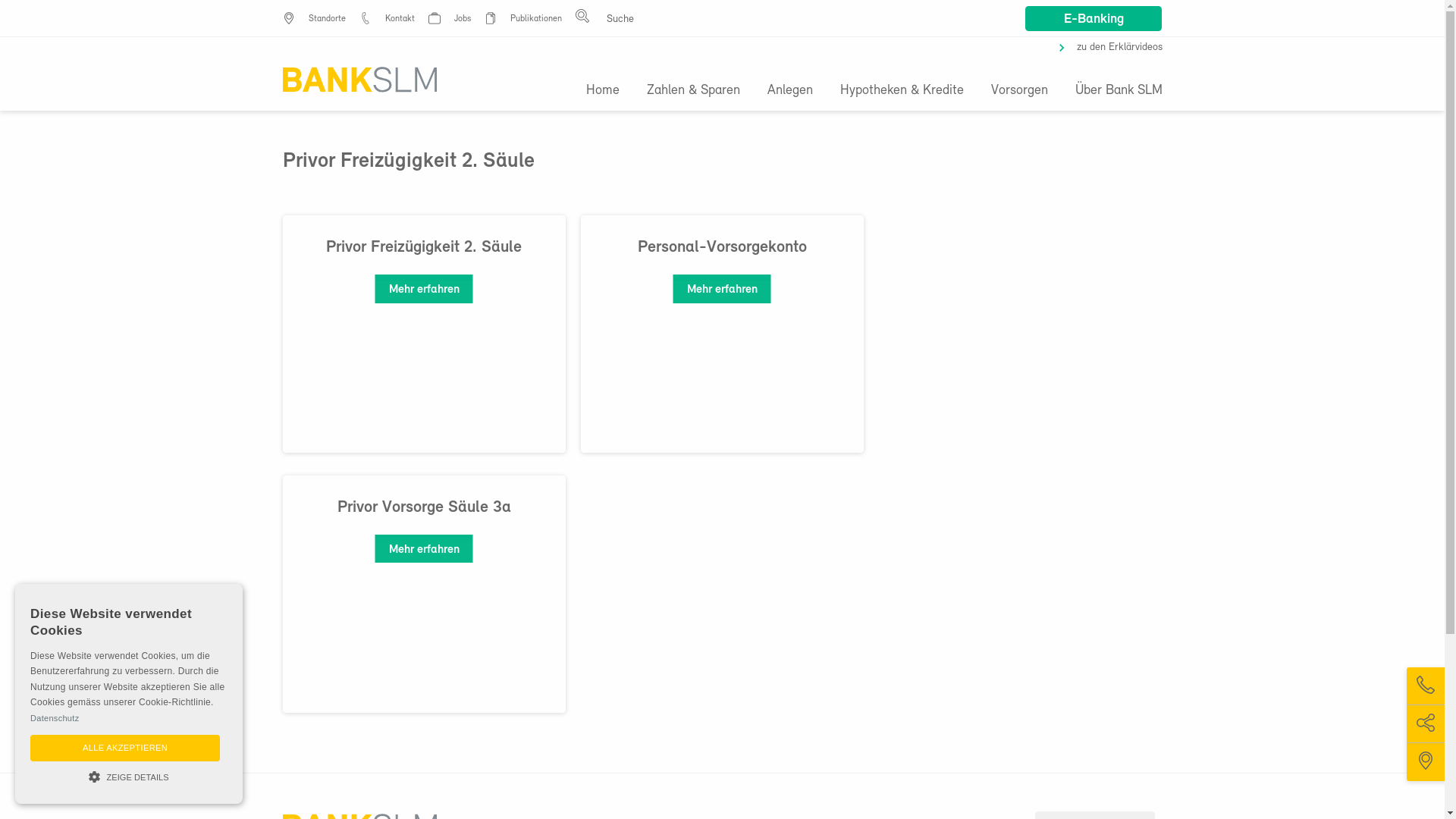 Image resolution: width=1456 pixels, height=819 pixels. Describe the element at coordinates (461, 18) in the screenshot. I see `'Jobs'` at that location.